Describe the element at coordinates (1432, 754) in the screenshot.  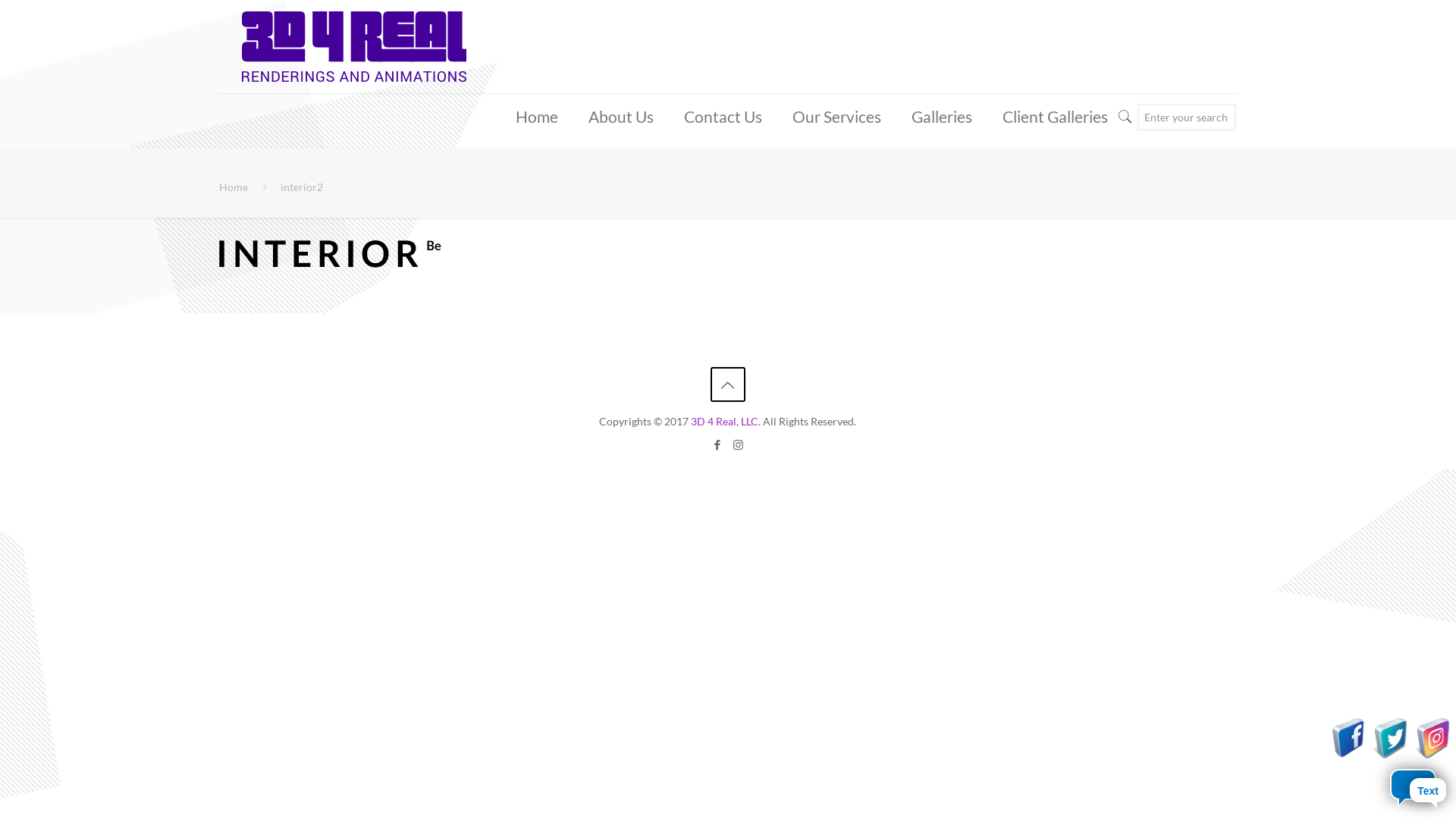
I see `'Visit Us On Instagram'` at that location.